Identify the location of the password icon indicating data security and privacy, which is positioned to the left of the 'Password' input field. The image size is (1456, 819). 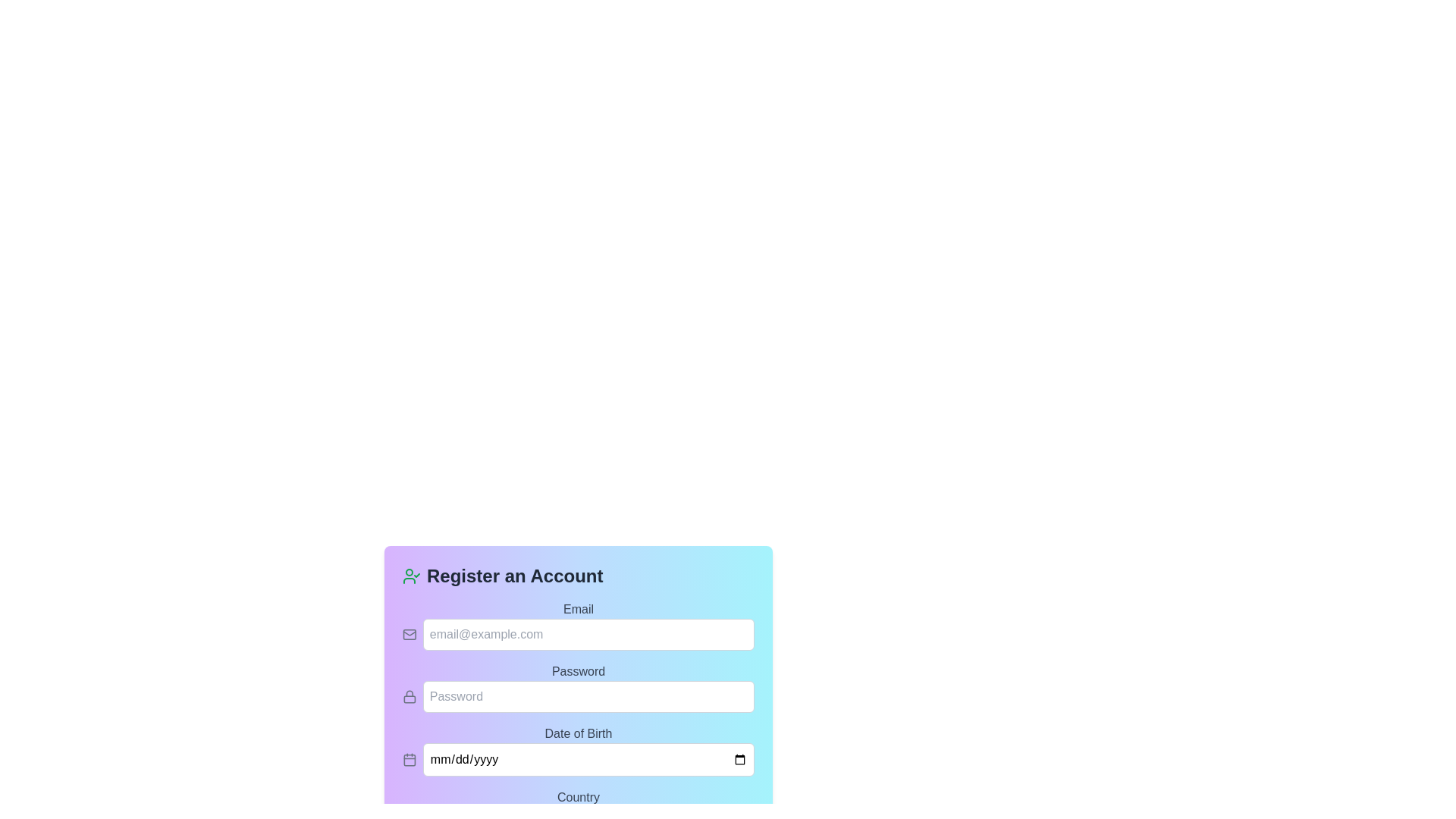
(409, 696).